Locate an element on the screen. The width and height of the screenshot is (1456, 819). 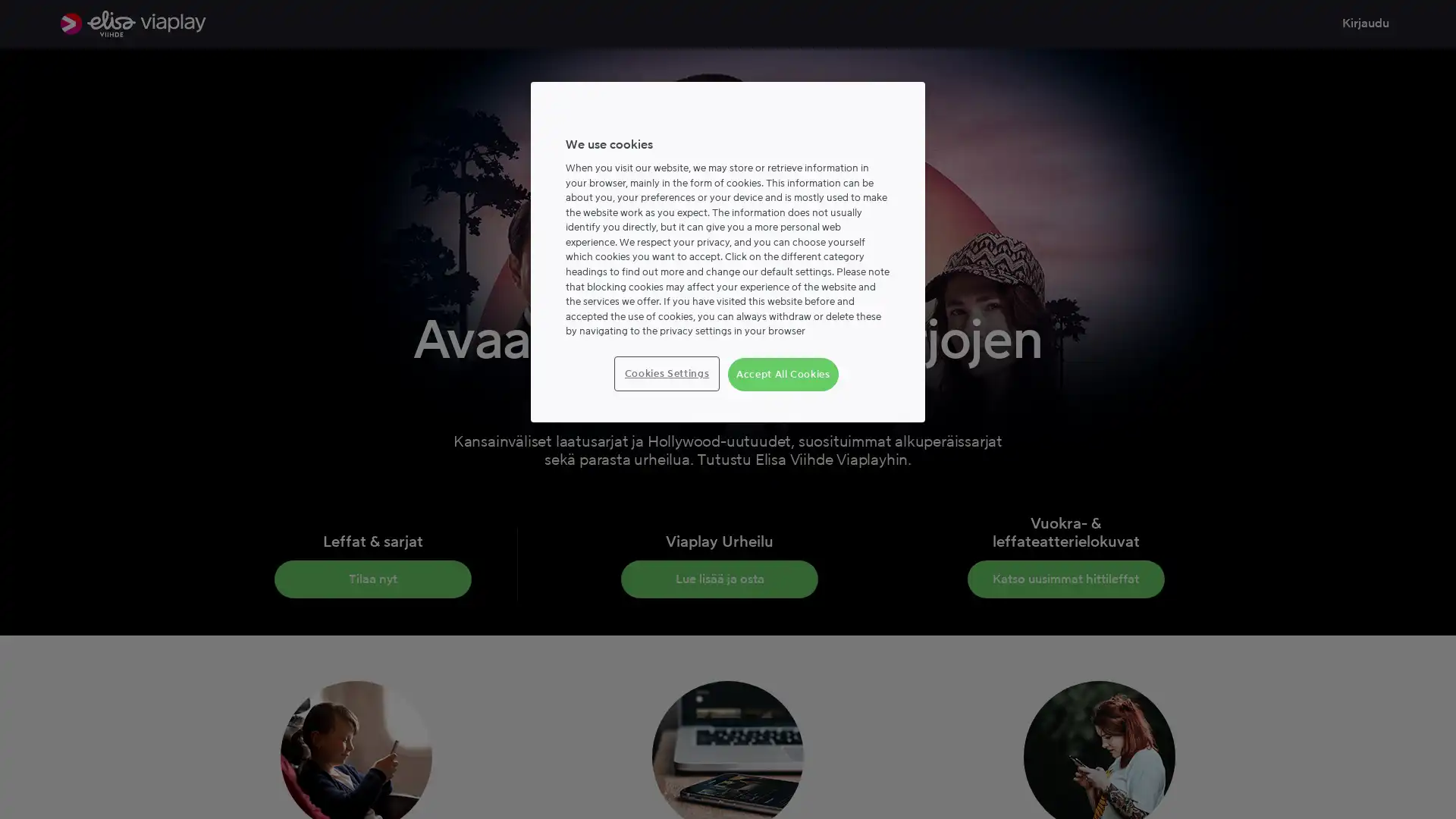
Accept All Cookies is located at coordinates (783, 374).